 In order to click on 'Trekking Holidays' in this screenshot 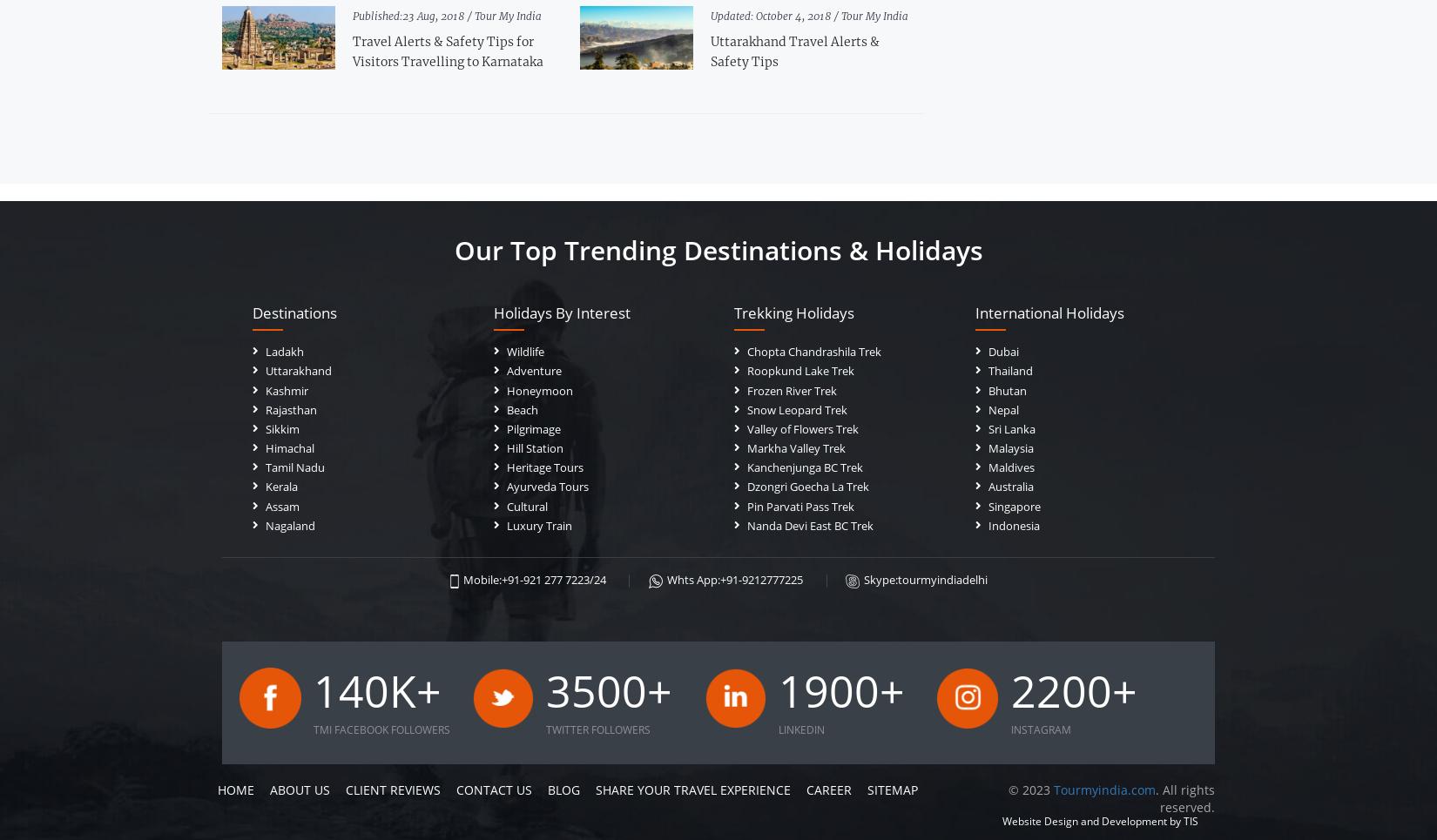, I will do `click(793, 312)`.